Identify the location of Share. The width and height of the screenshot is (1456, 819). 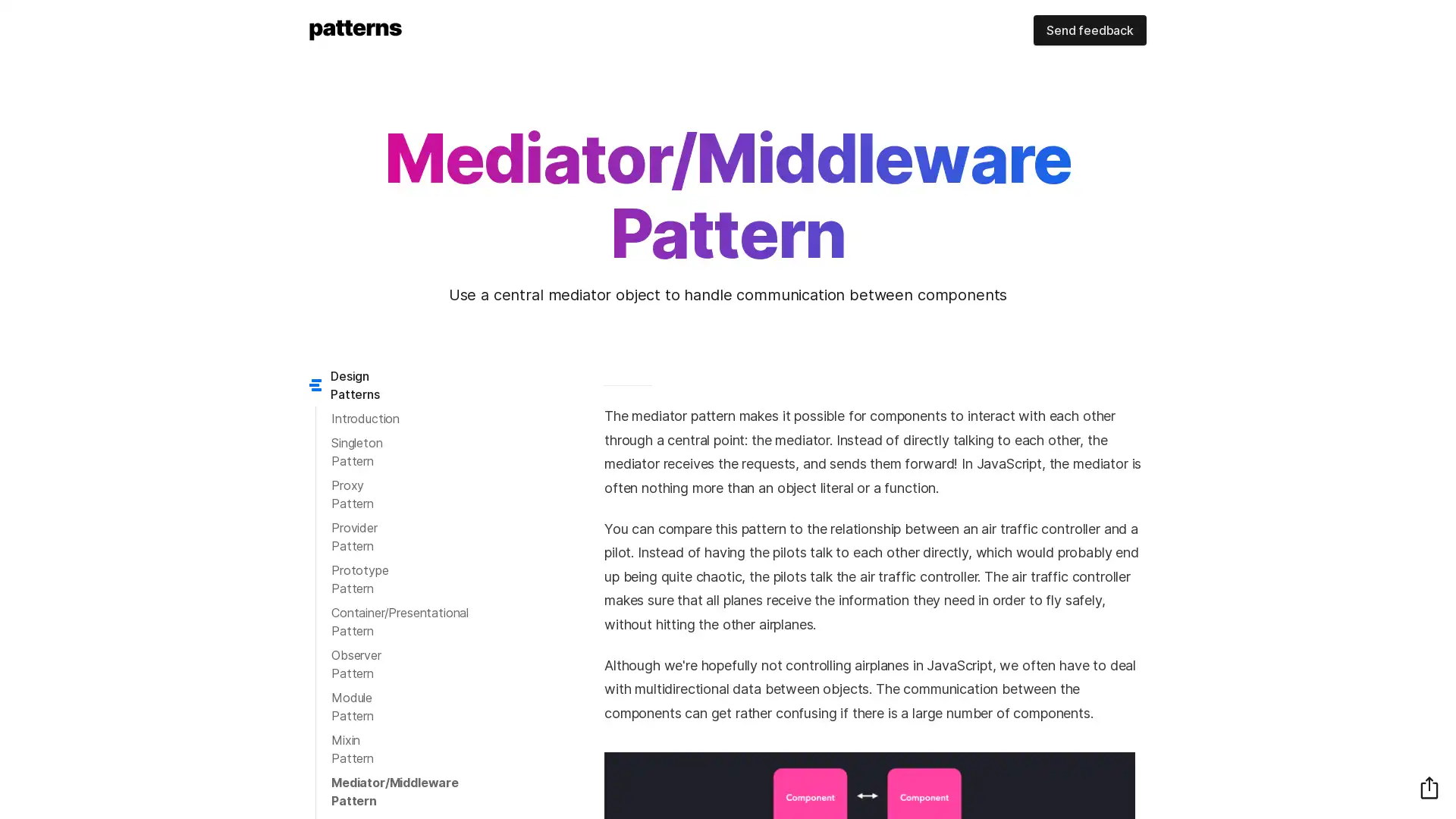
(1429, 786).